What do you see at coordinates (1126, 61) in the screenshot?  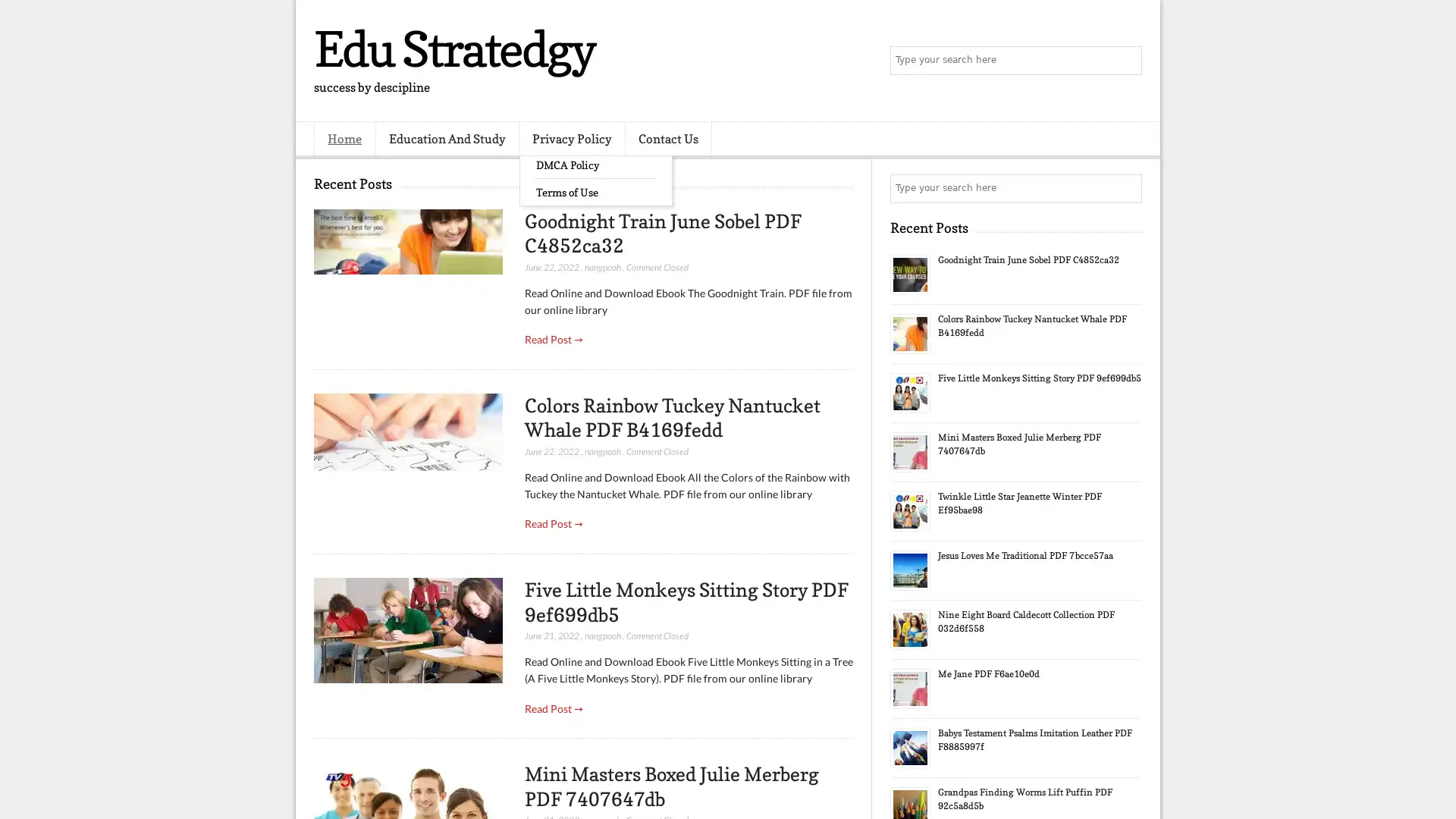 I see `Search` at bounding box center [1126, 61].